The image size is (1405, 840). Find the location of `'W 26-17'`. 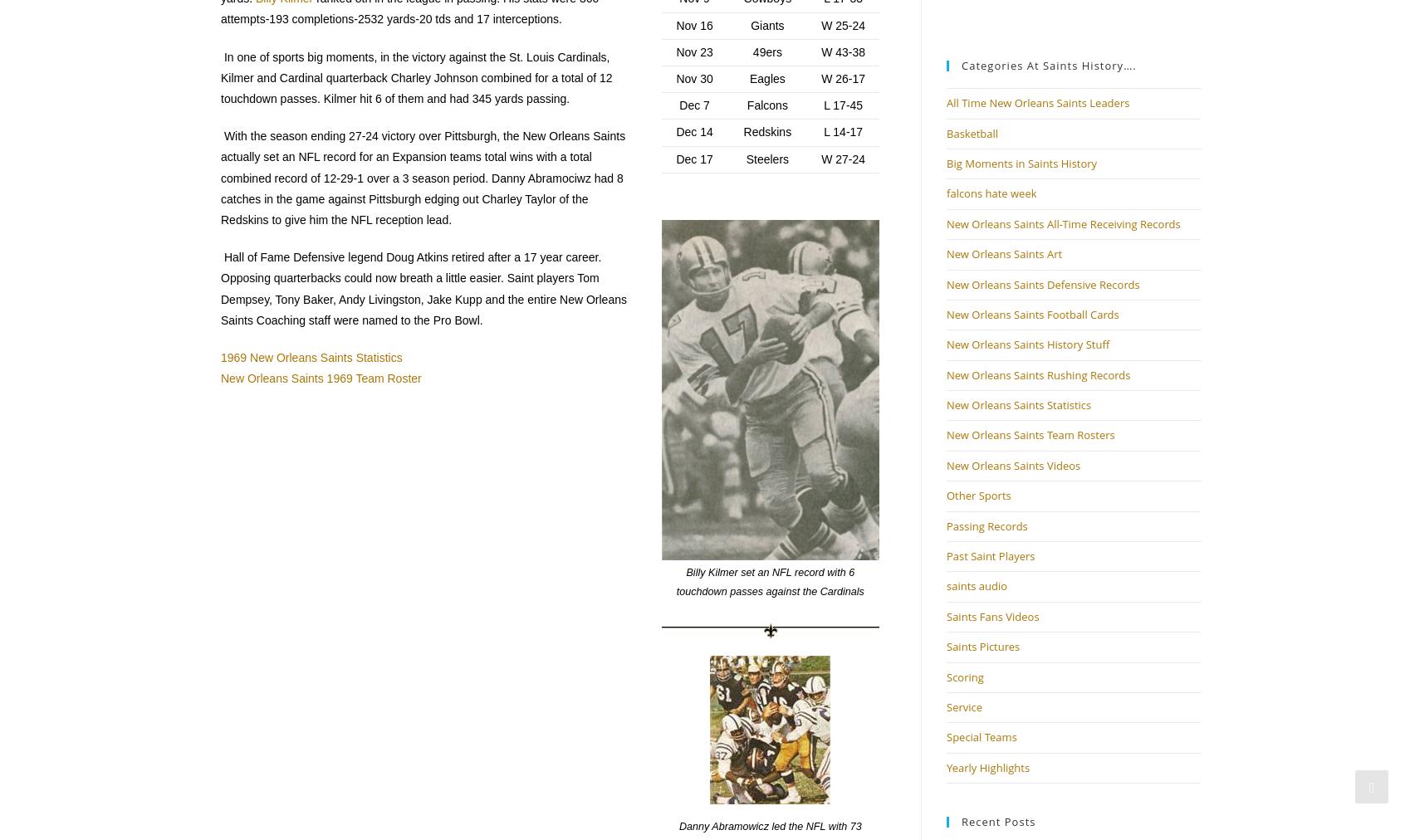

'W 26-17' is located at coordinates (842, 78).